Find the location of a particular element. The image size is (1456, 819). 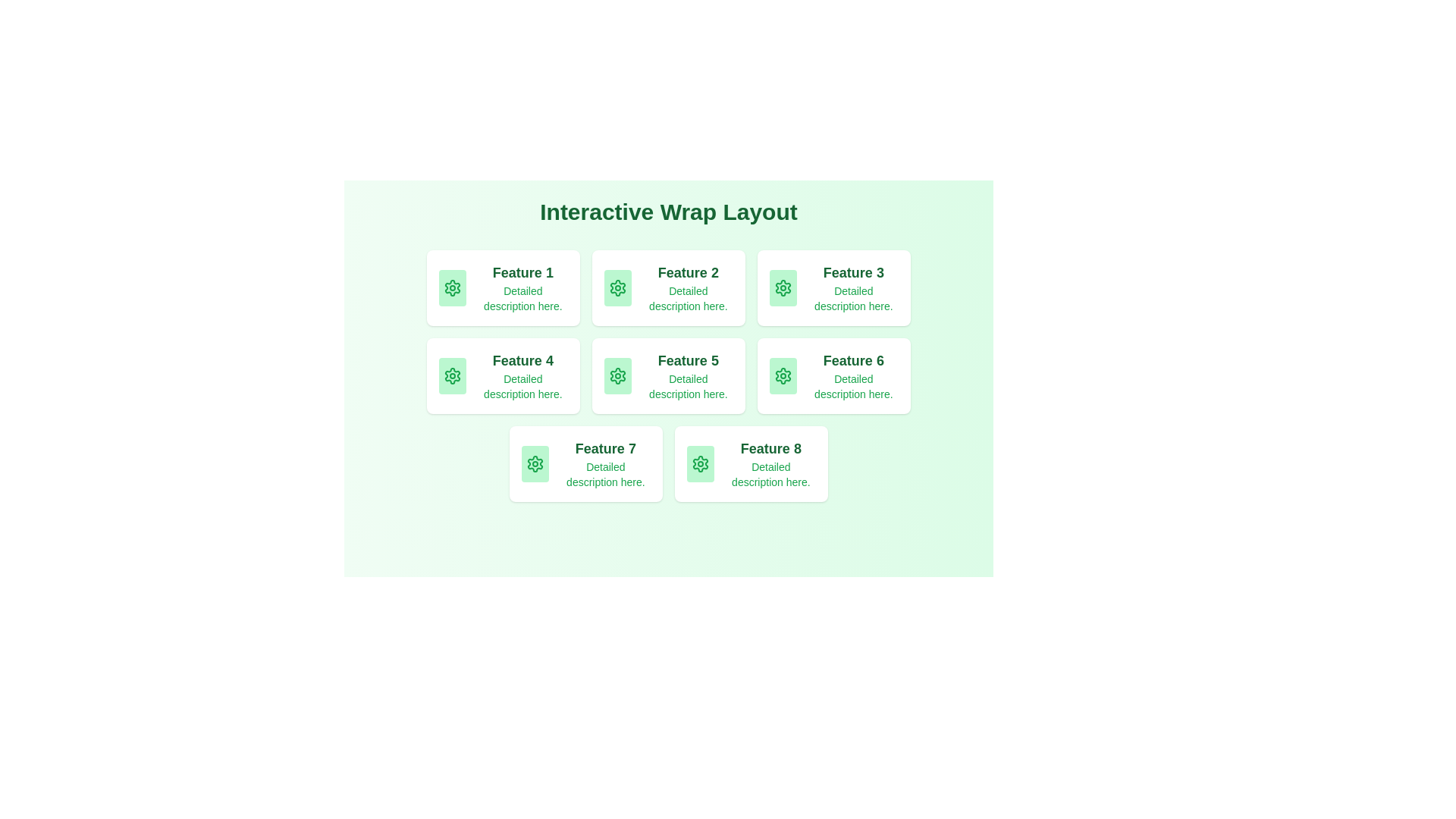

text from the Feature card in the last row and last column of the grid layout, which contains the title 'Feature 8' and its detailed description is located at coordinates (751, 463).